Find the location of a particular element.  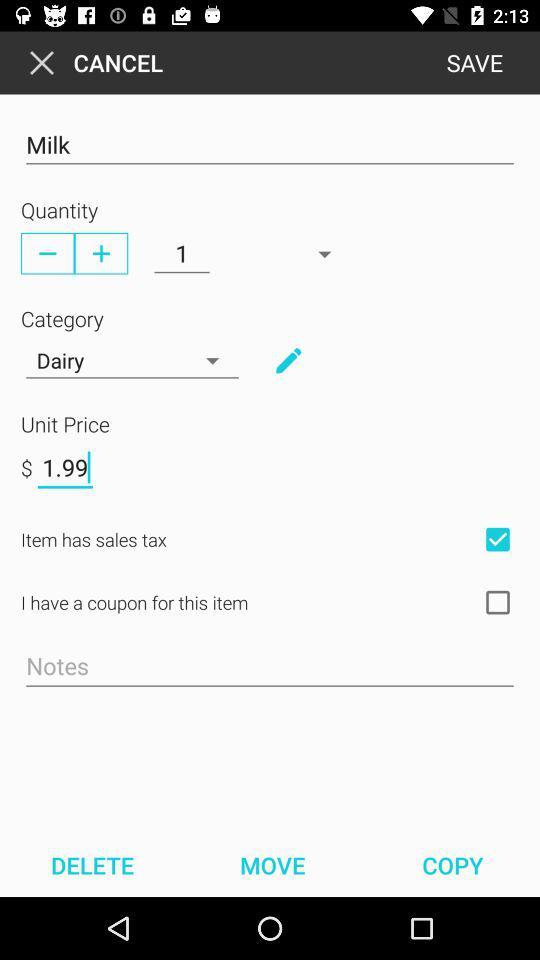

the add icon is located at coordinates (100, 252).